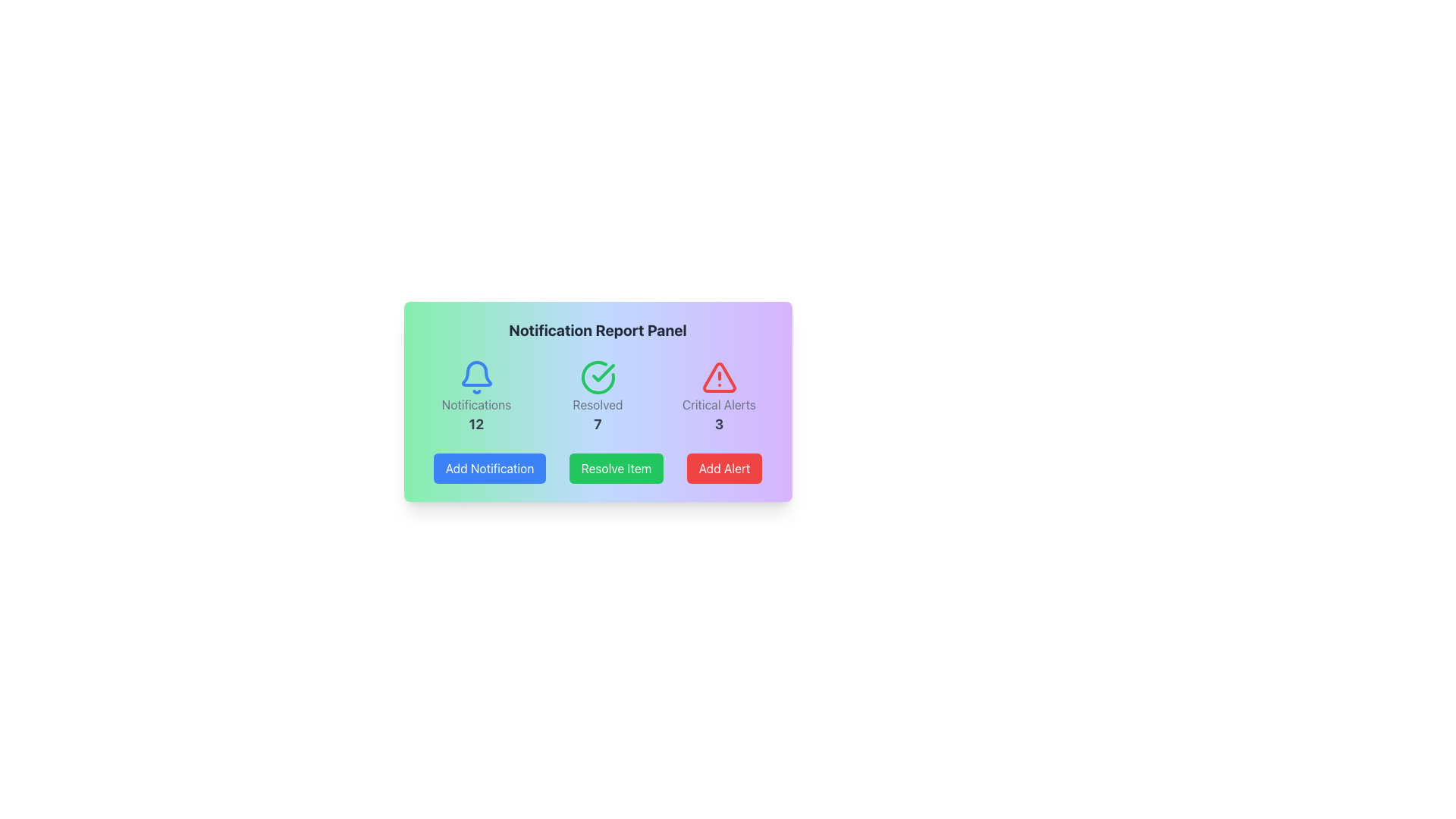 This screenshot has width=1456, height=819. What do you see at coordinates (597, 376) in the screenshot?
I see `the confirmation icon indicating a completed status located in the 'Resolved' section above the number '7'` at bounding box center [597, 376].